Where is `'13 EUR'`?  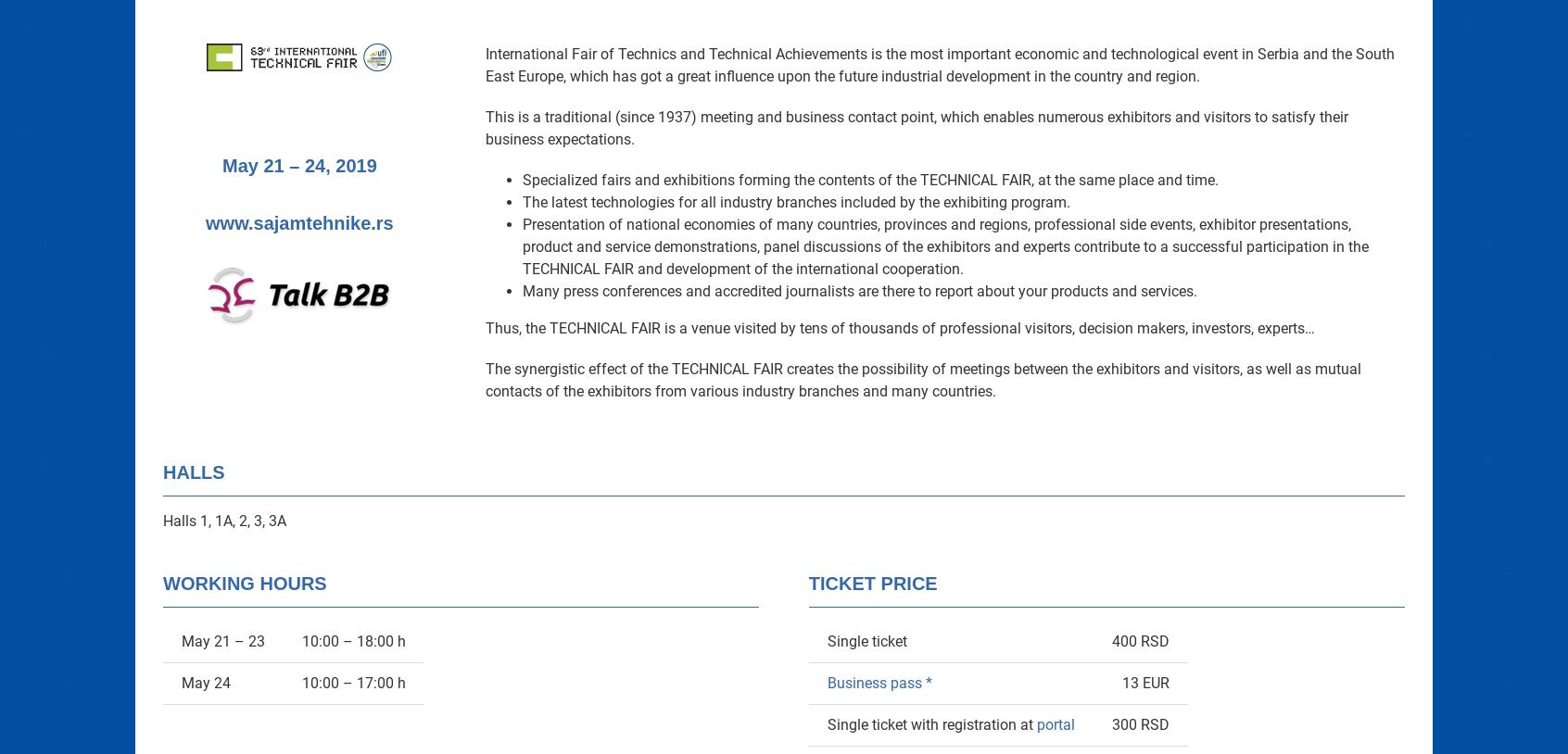 '13 EUR' is located at coordinates (1120, 683).